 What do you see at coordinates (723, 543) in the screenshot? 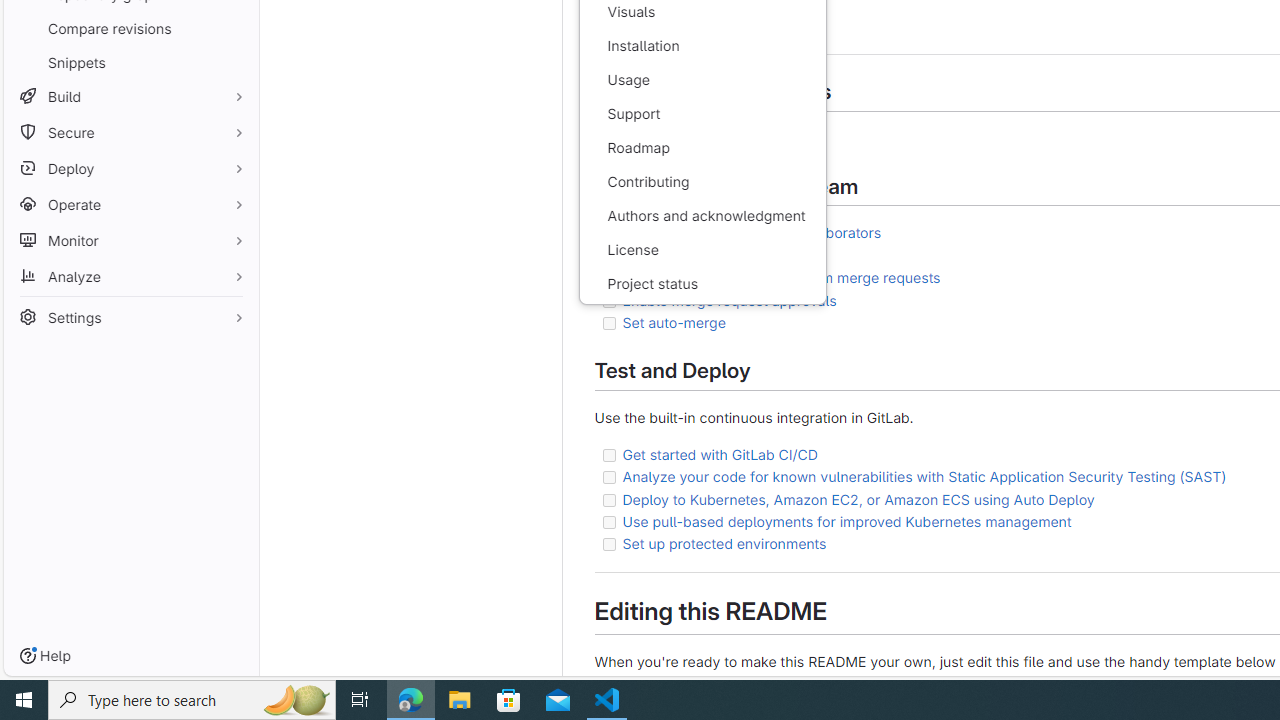
I see `'Set up protected environments'` at bounding box center [723, 543].